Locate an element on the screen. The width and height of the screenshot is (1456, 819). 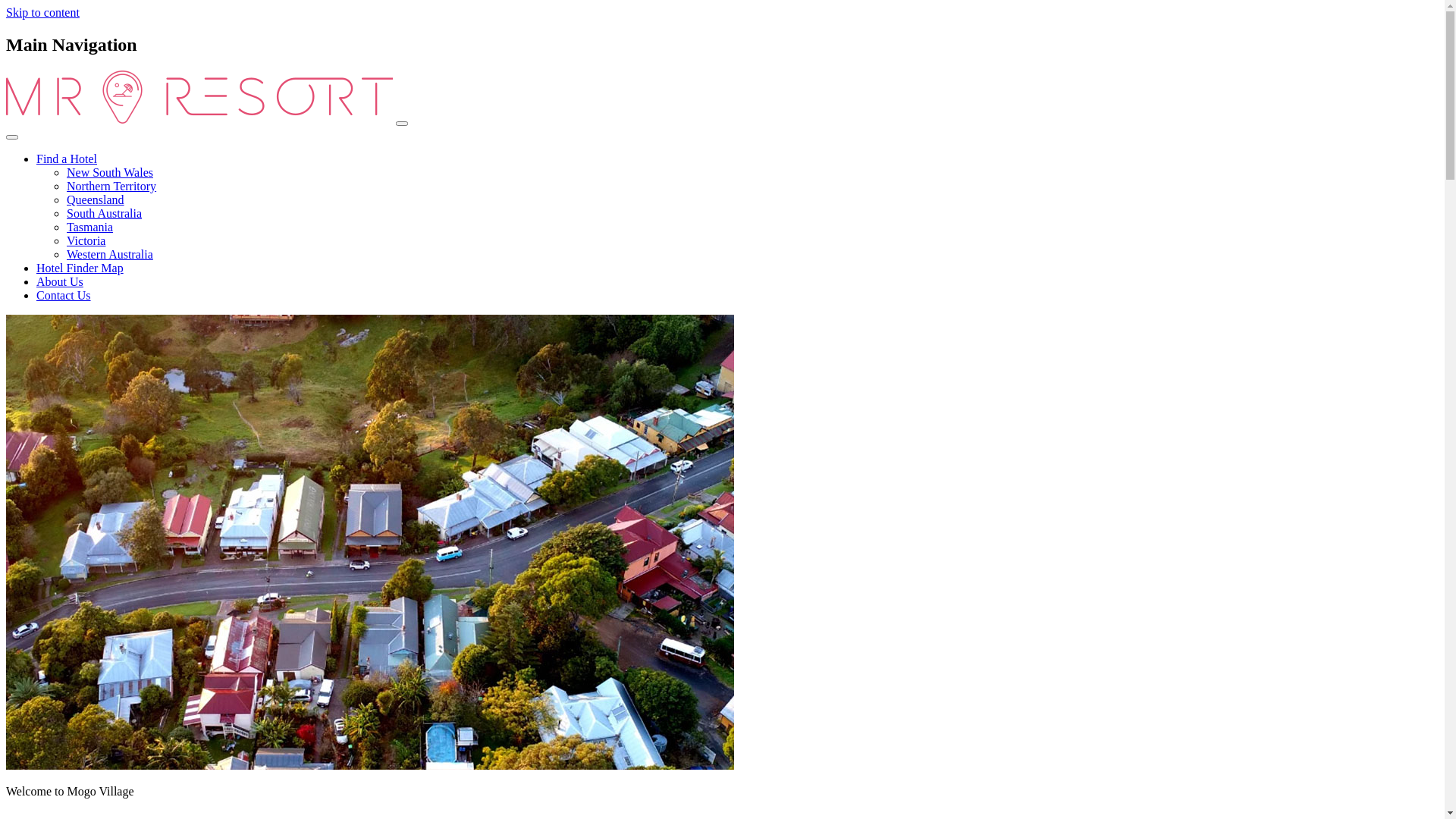
'Contact Us' is located at coordinates (62, 295).